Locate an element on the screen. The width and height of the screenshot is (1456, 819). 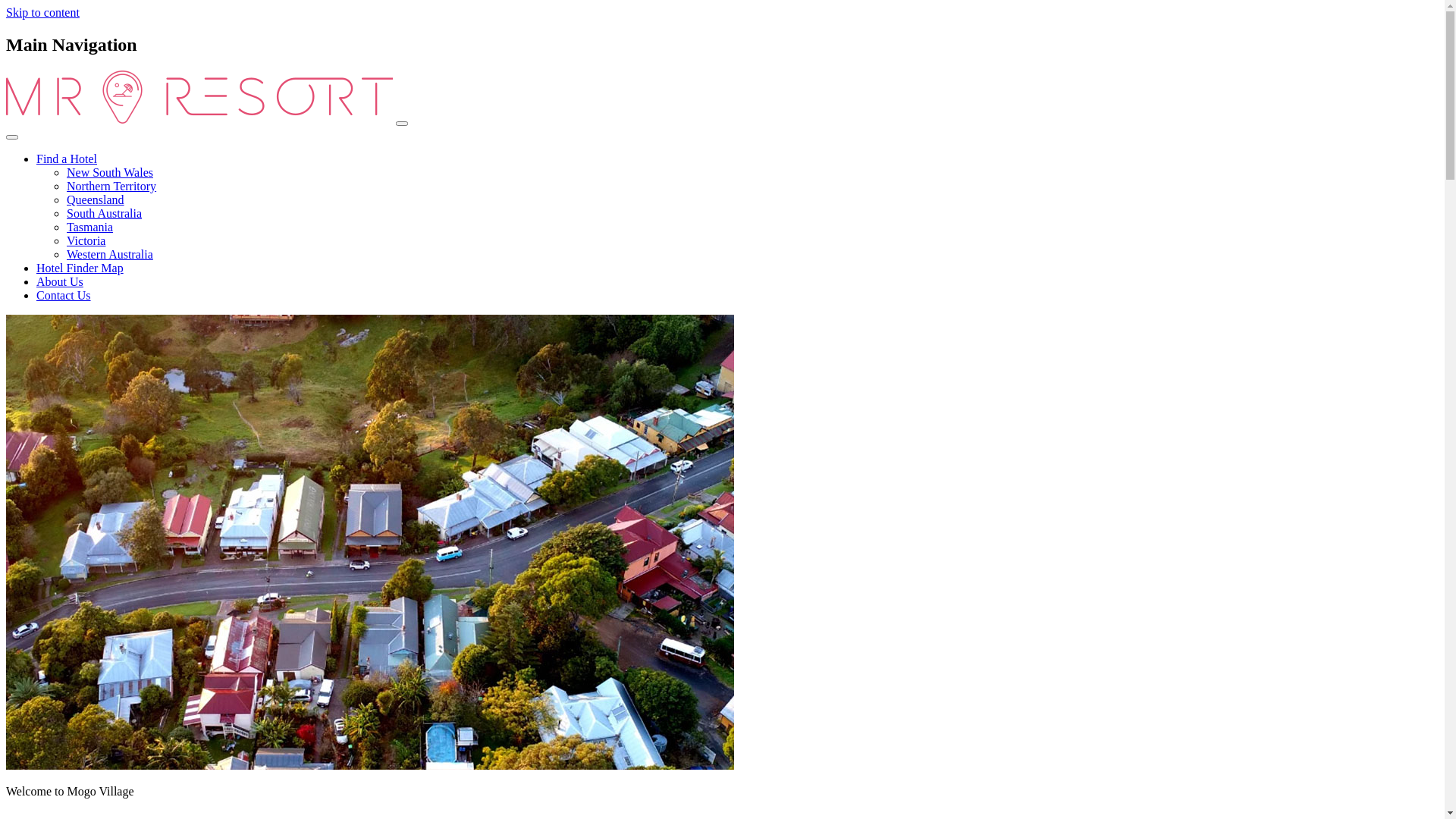
'Contact Us' is located at coordinates (62, 295).